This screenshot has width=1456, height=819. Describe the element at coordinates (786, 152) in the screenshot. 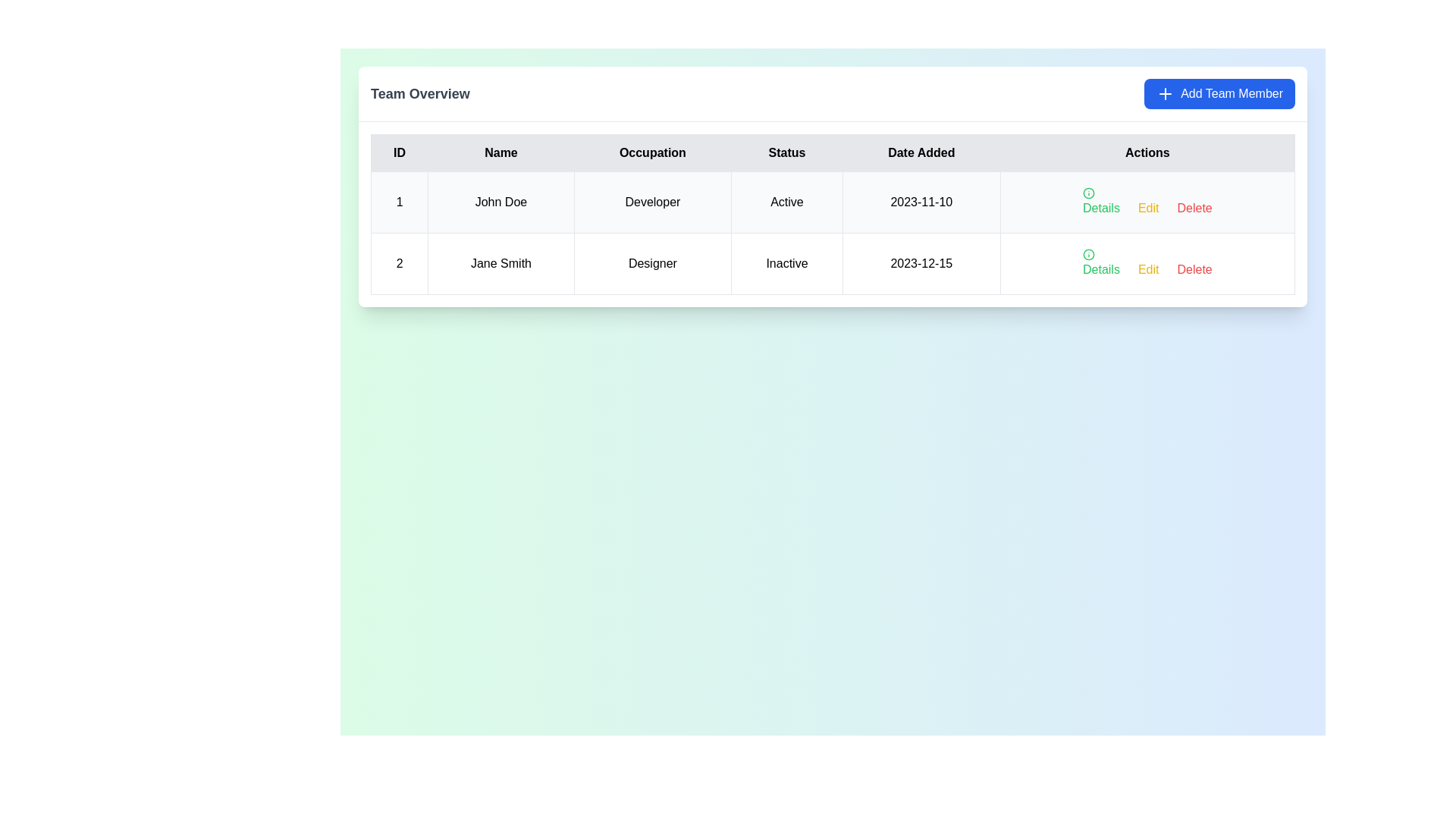

I see `the 'Status' label in the fourth column of the table header, which has a light gray background and bold black text` at that location.